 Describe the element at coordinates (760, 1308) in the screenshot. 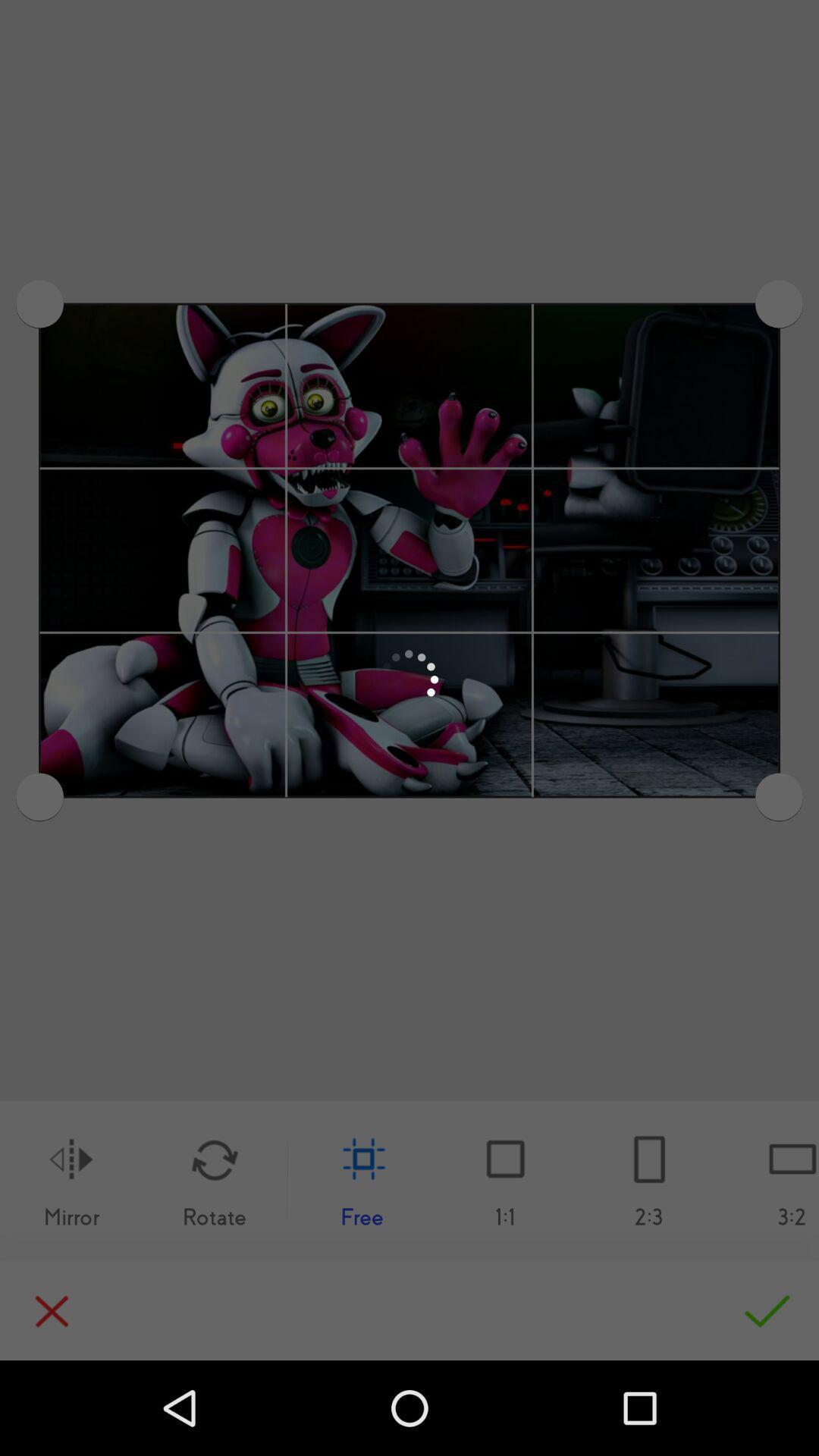

I see `the tick icon which is at the bottom` at that location.